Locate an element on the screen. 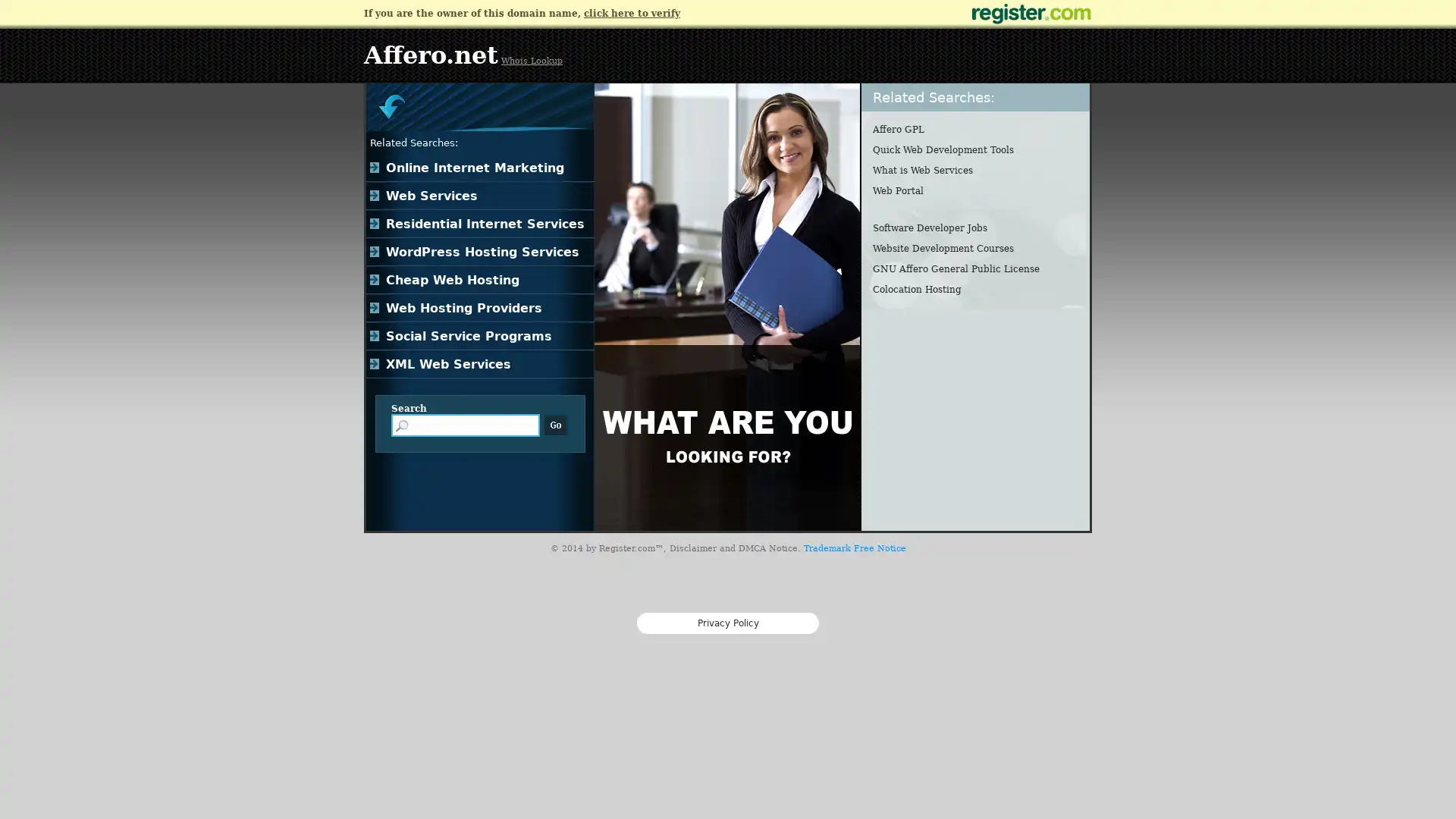 Image resolution: width=1456 pixels, height=819 pixels. Go is located at coordinates (555, 425).